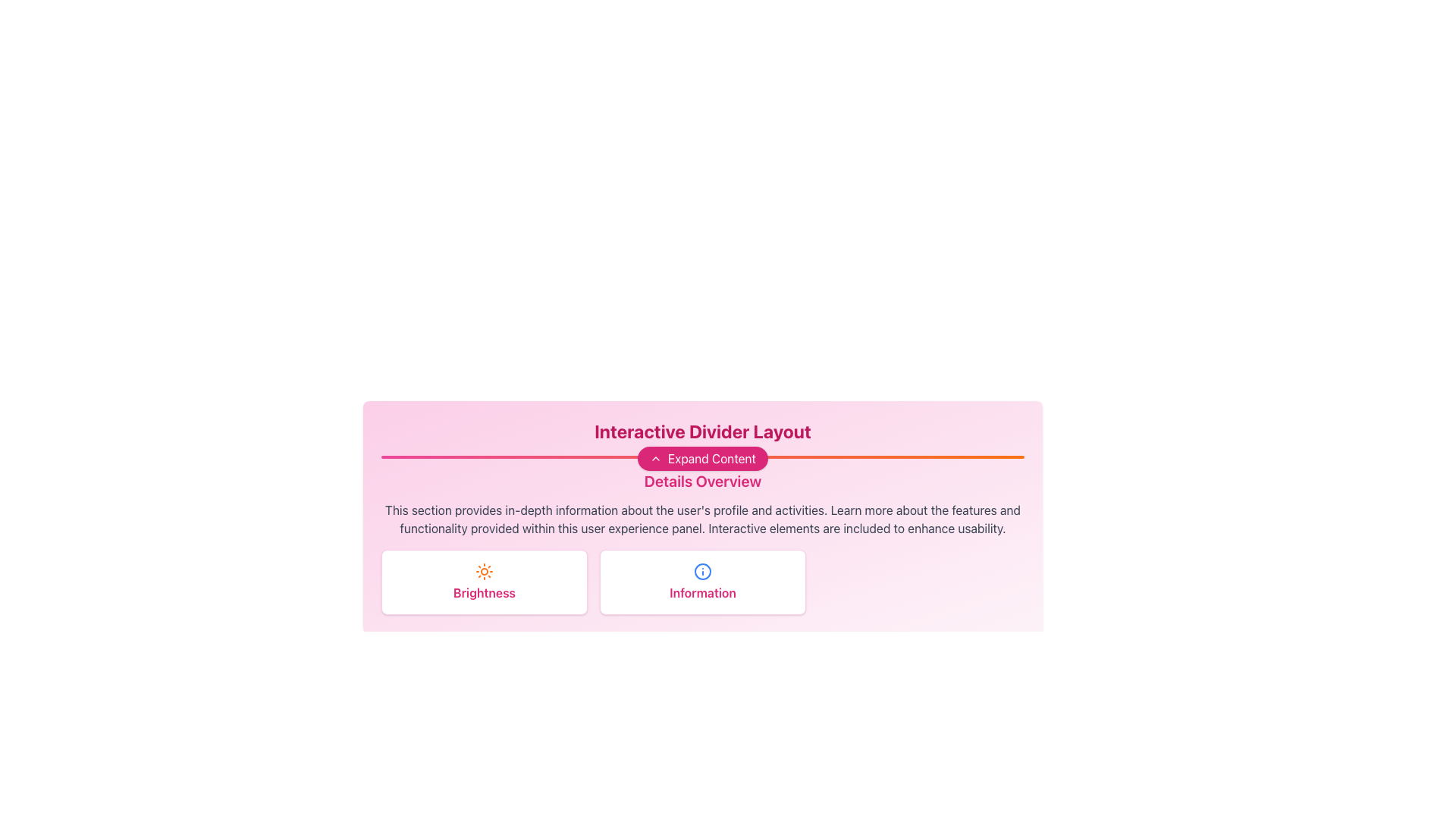  What do you see at coordinates (701, 571) in the screenshot?
I see `the circular element with a blue outline and white interior located within the 'Information' button, which is positioned on the right side of the 'Brightness' button` at bounding box center [701, 571].